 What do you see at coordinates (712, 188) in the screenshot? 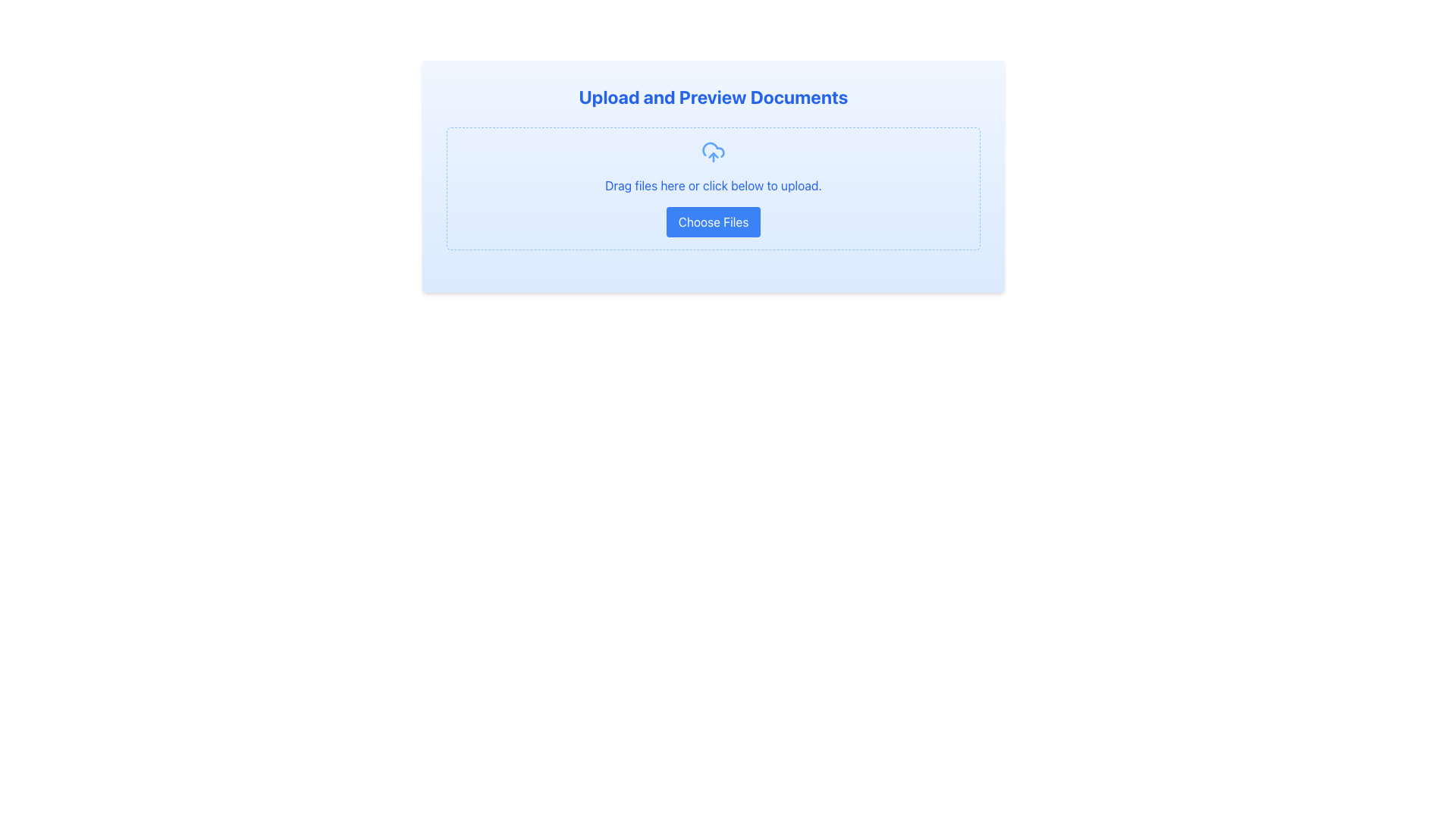
I see `the file upload area with the supporting button located centrally below the heading 'Upload and Preview Documents'` at bounding box center [712, 188].